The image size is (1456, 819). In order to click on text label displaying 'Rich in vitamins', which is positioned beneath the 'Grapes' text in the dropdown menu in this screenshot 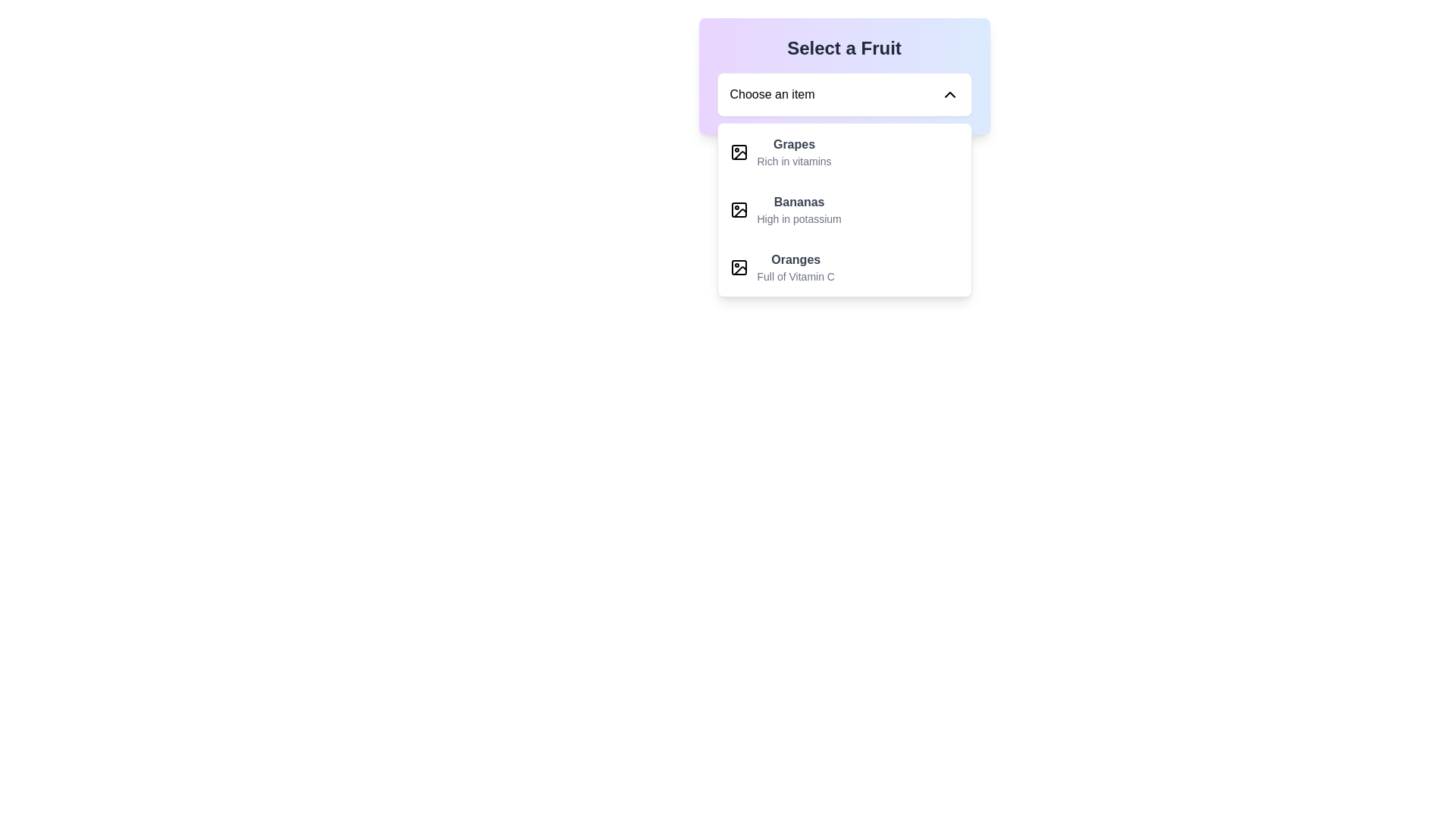, I will do `click(793, 161)`.